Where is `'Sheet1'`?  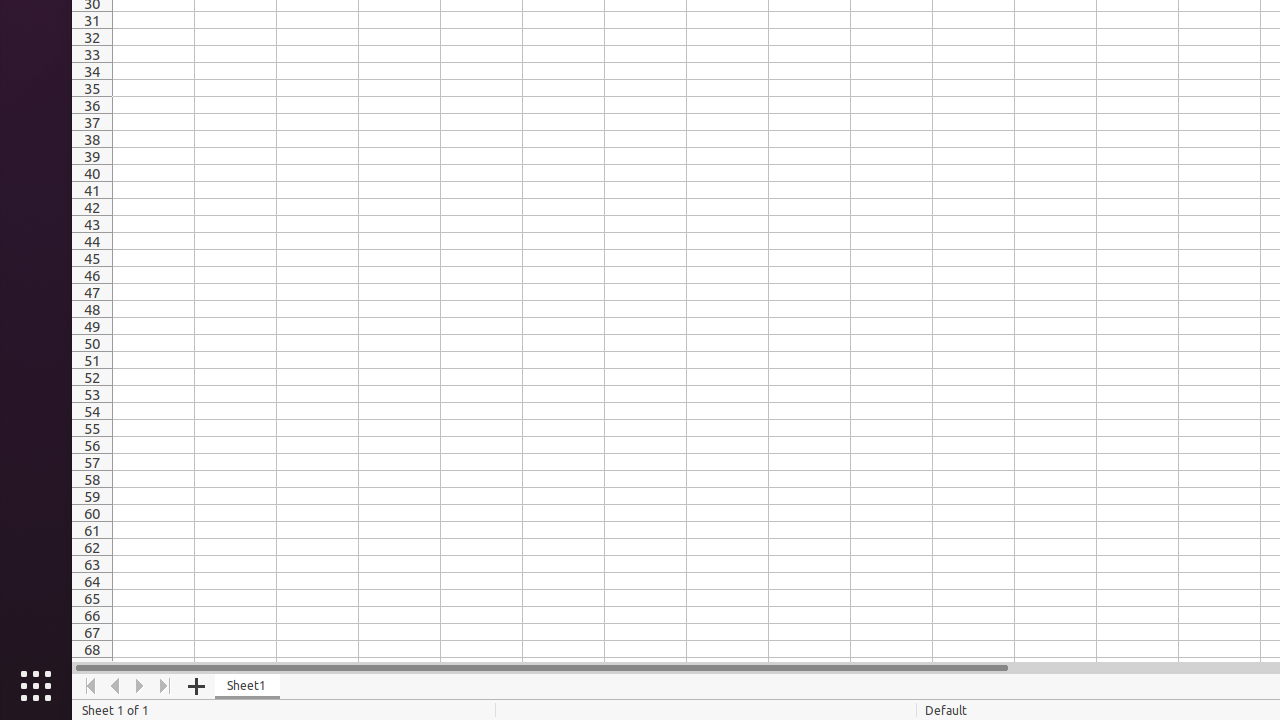
'Sheet1' is located at coordinates (246, 685).